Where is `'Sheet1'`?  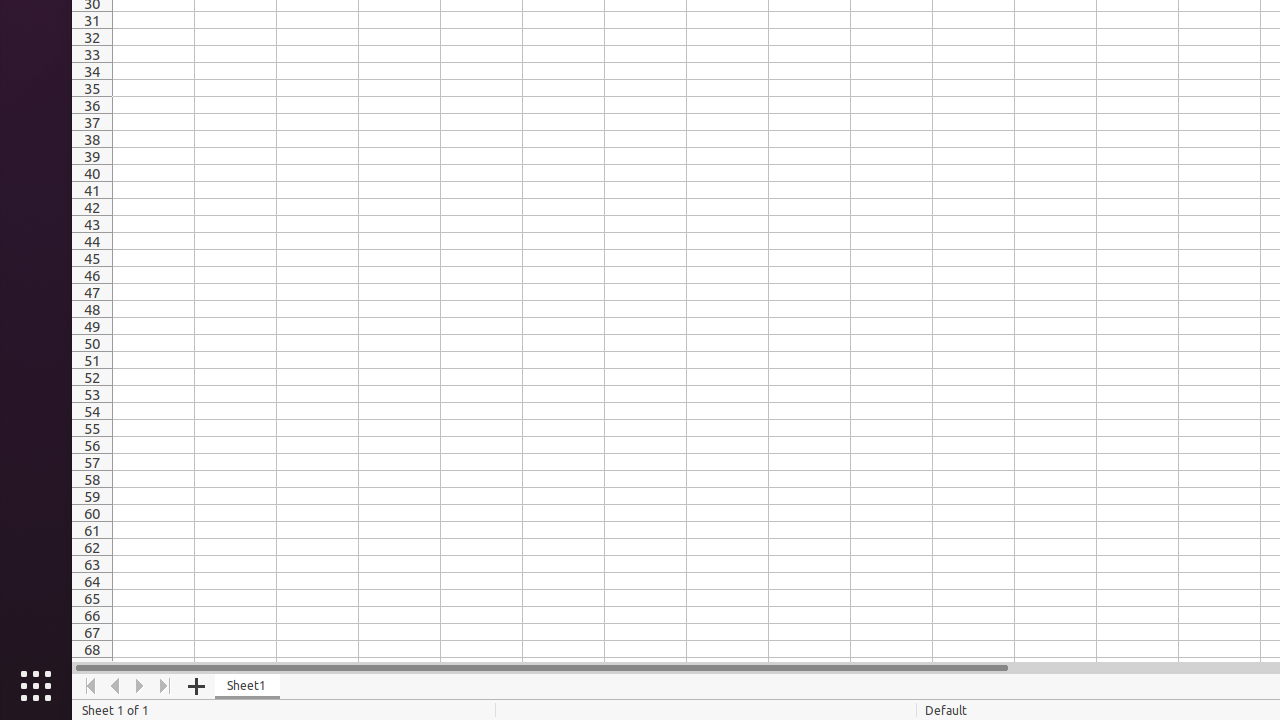
'Sheet1' is located at coordinates (246, 685).